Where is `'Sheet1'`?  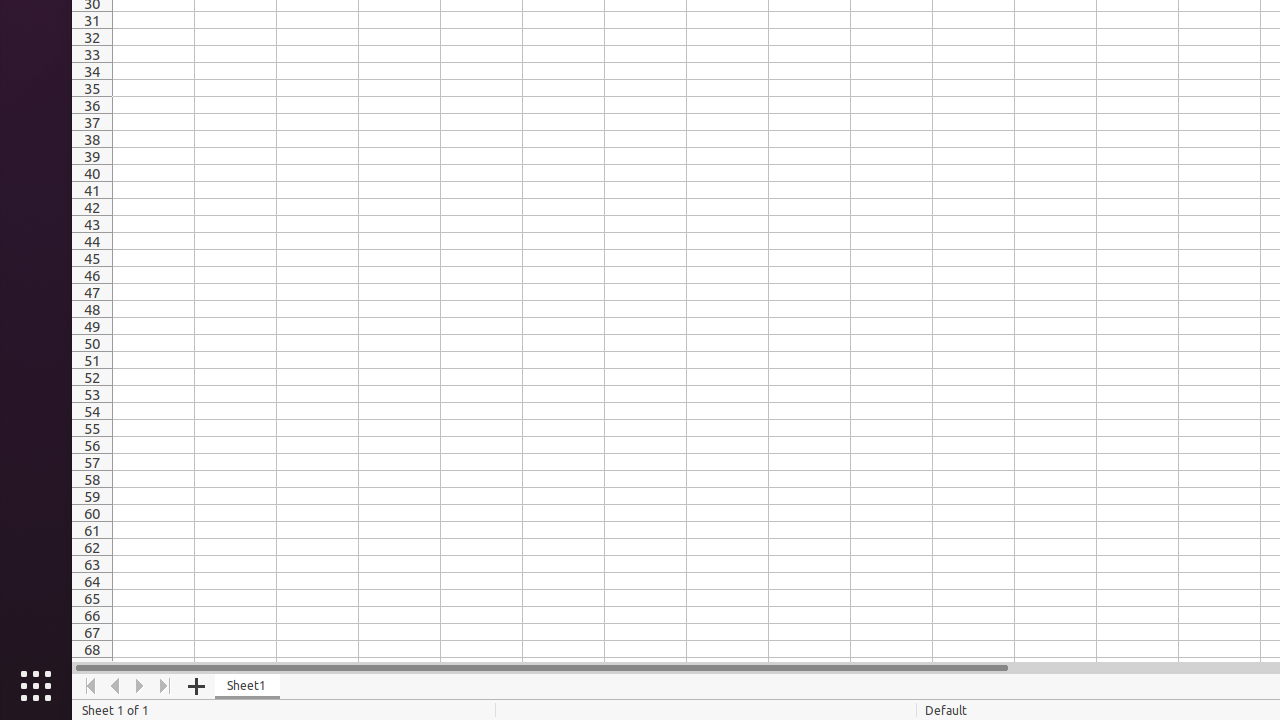
'Sheet1' is located at coordinates (246, 685).